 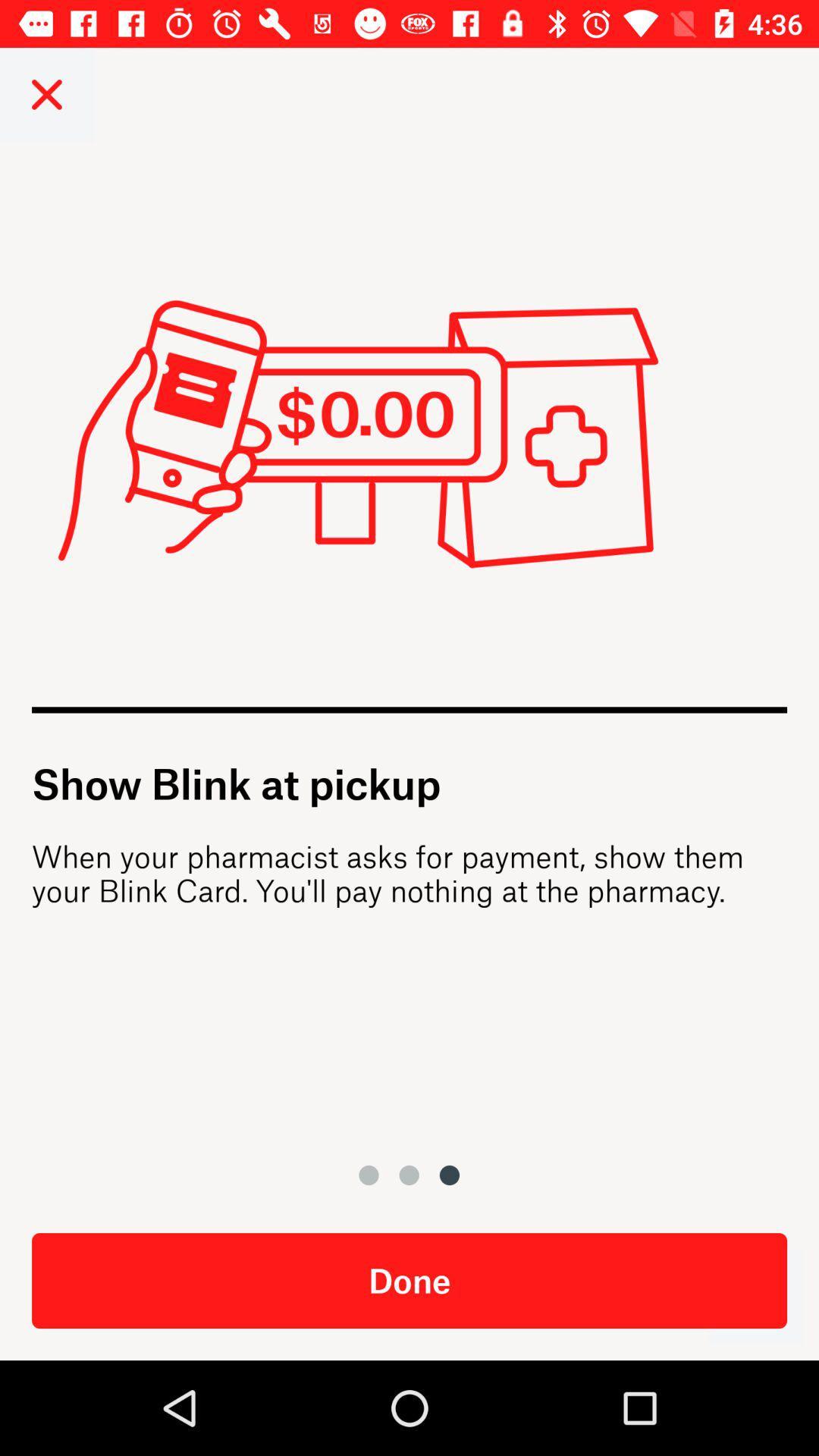 I want to click on the item at the bottom right corner, so click(x=755, y=1295).